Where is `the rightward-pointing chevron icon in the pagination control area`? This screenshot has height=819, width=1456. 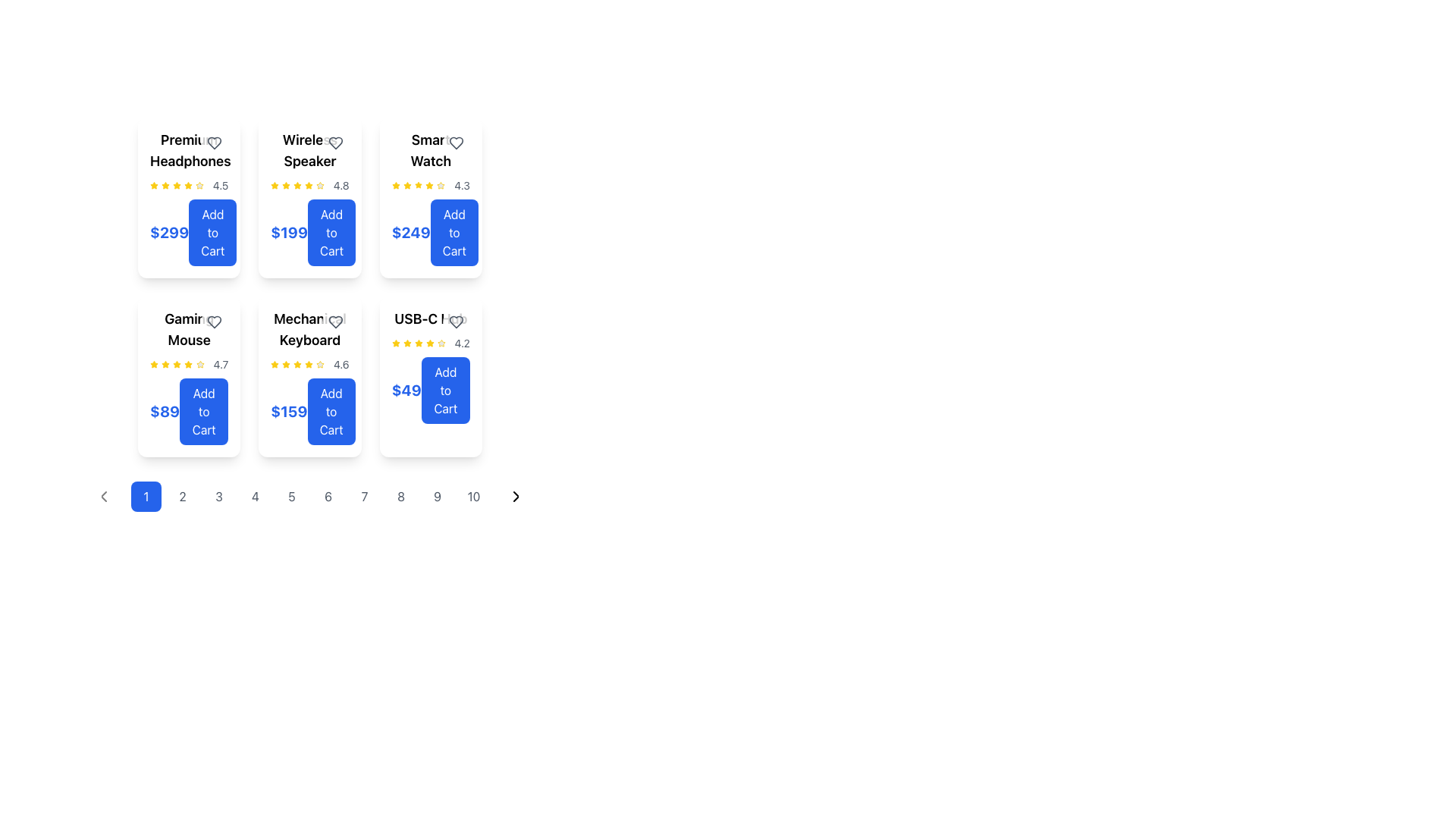 the rightward-pointing chevron icon in the pagination control area is located at coordinates (516, 497).